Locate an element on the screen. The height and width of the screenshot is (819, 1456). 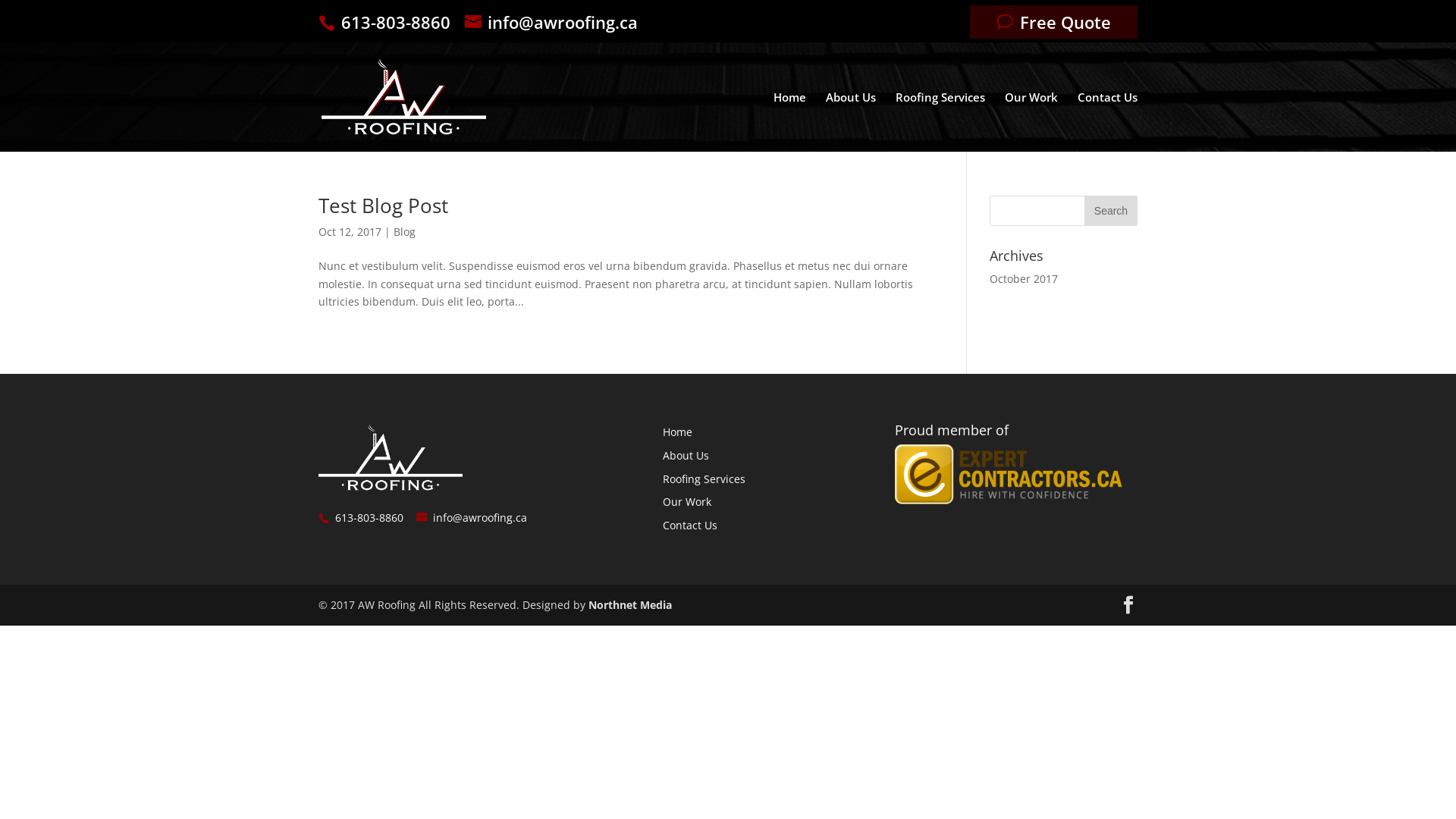
'Search' is located at coordinates (1110, 210).